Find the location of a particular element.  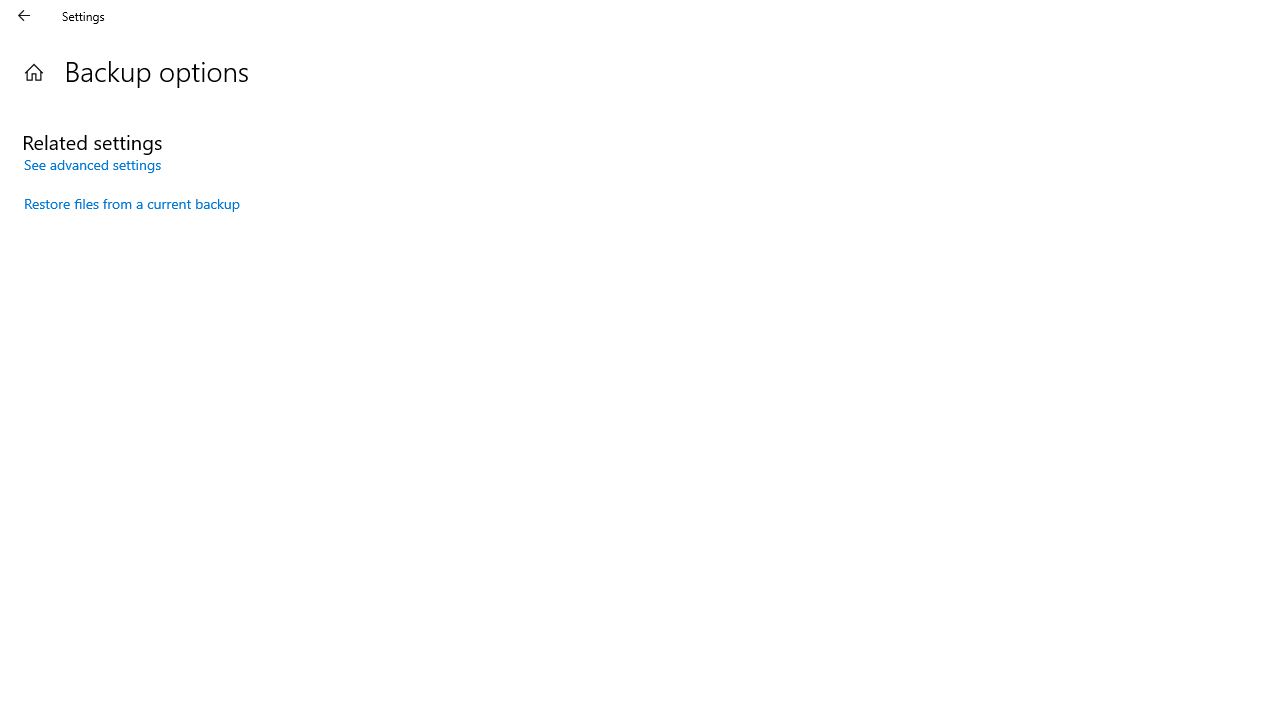

'Back' is located at coordinates (24, 15).